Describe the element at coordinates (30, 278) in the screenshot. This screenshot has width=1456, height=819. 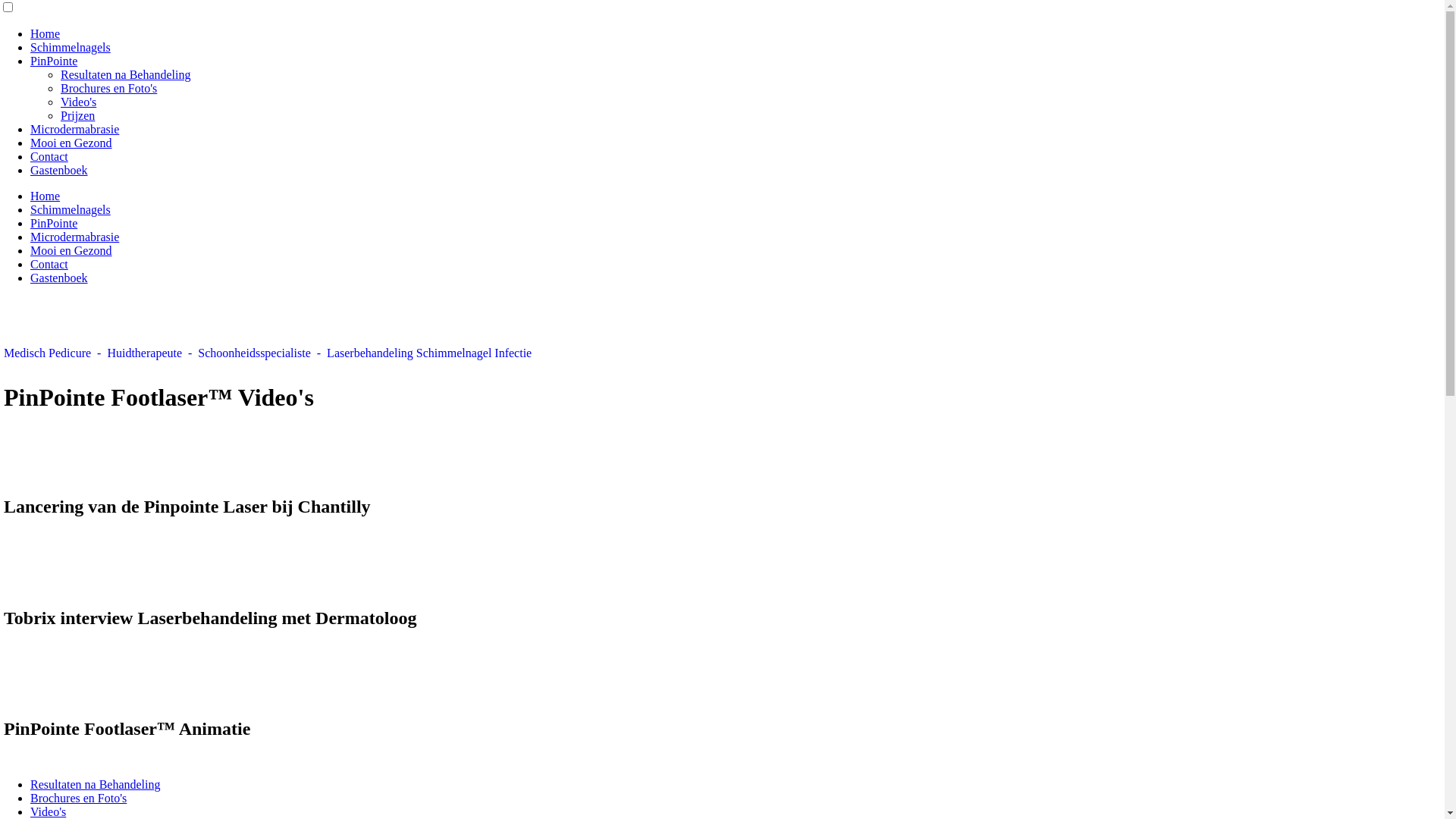
I see `'Gastenboek'` at that location.